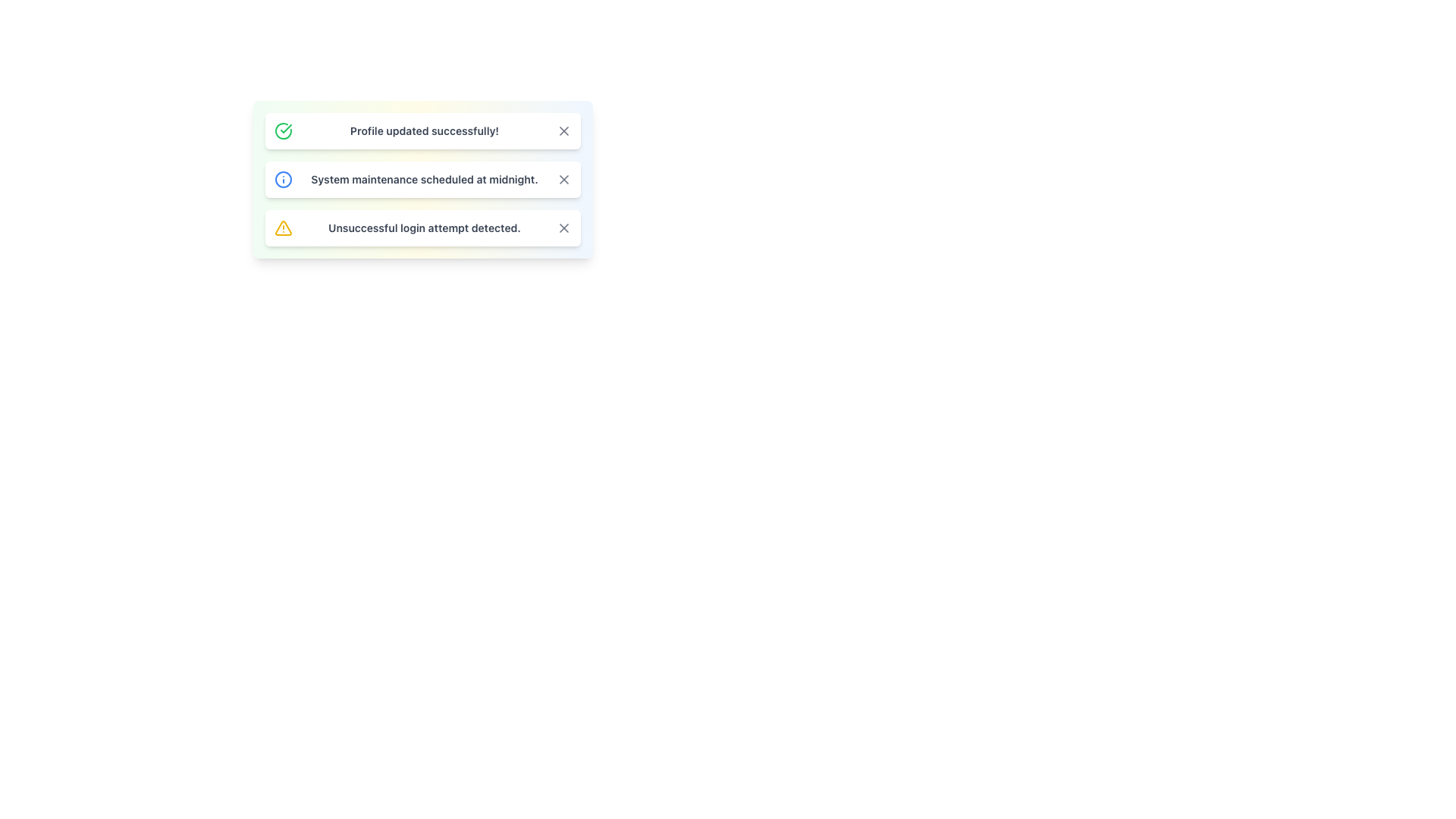 The image size is (1456, 819). What do you see at coordinates (422, 178) in the screenshot?
I see `text from the notification block that displays 'System maintenance scheduled at midnight.' which is visually styled with a gradient background and centered in the UI` at bounding box center [422, 178].